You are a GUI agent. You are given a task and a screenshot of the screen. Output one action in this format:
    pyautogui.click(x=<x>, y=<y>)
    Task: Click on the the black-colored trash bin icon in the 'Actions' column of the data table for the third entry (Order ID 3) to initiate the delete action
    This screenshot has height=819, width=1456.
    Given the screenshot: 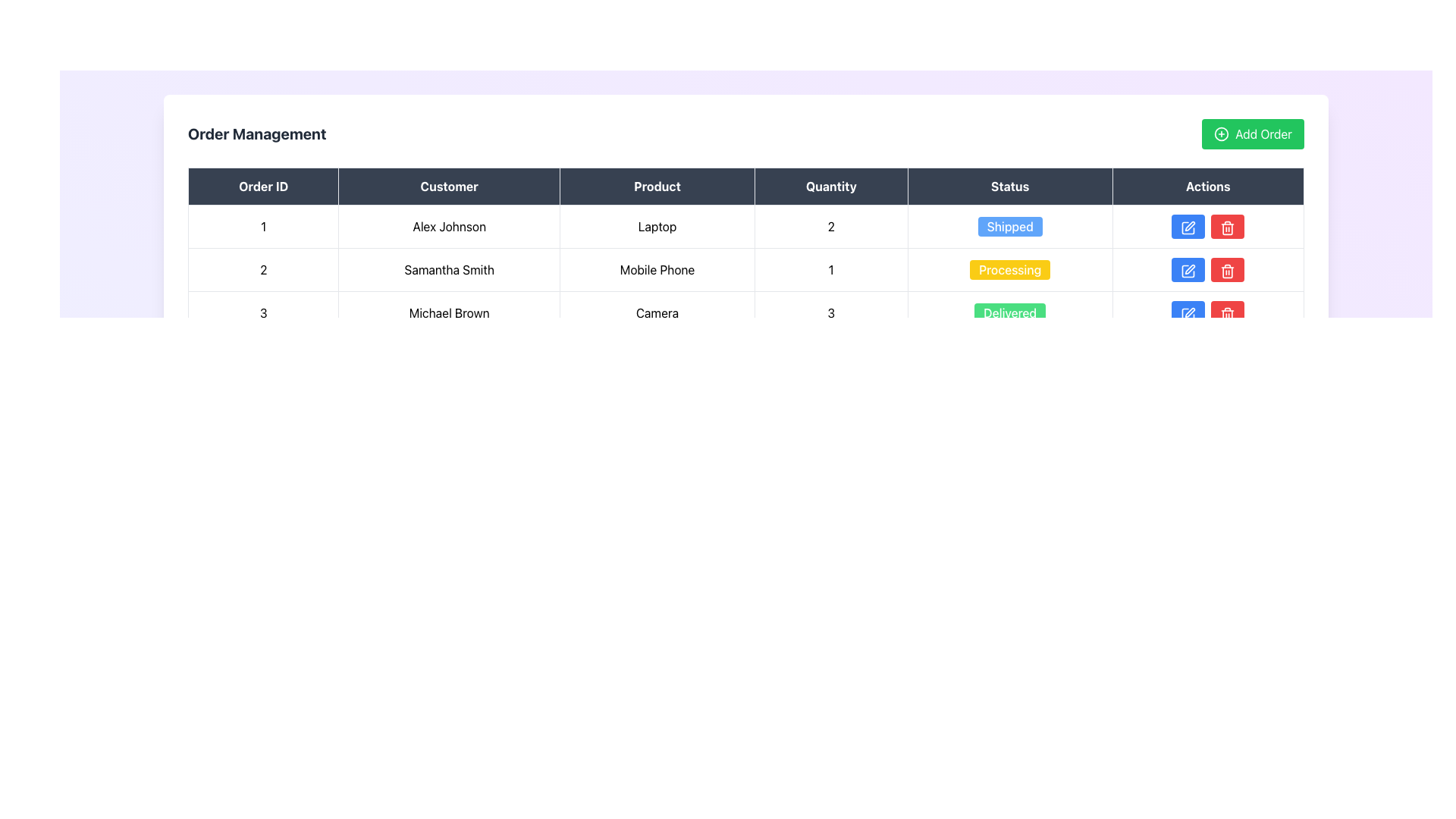 What is the action you would take?
    pyautogui.click(x=1228, y=229)
    